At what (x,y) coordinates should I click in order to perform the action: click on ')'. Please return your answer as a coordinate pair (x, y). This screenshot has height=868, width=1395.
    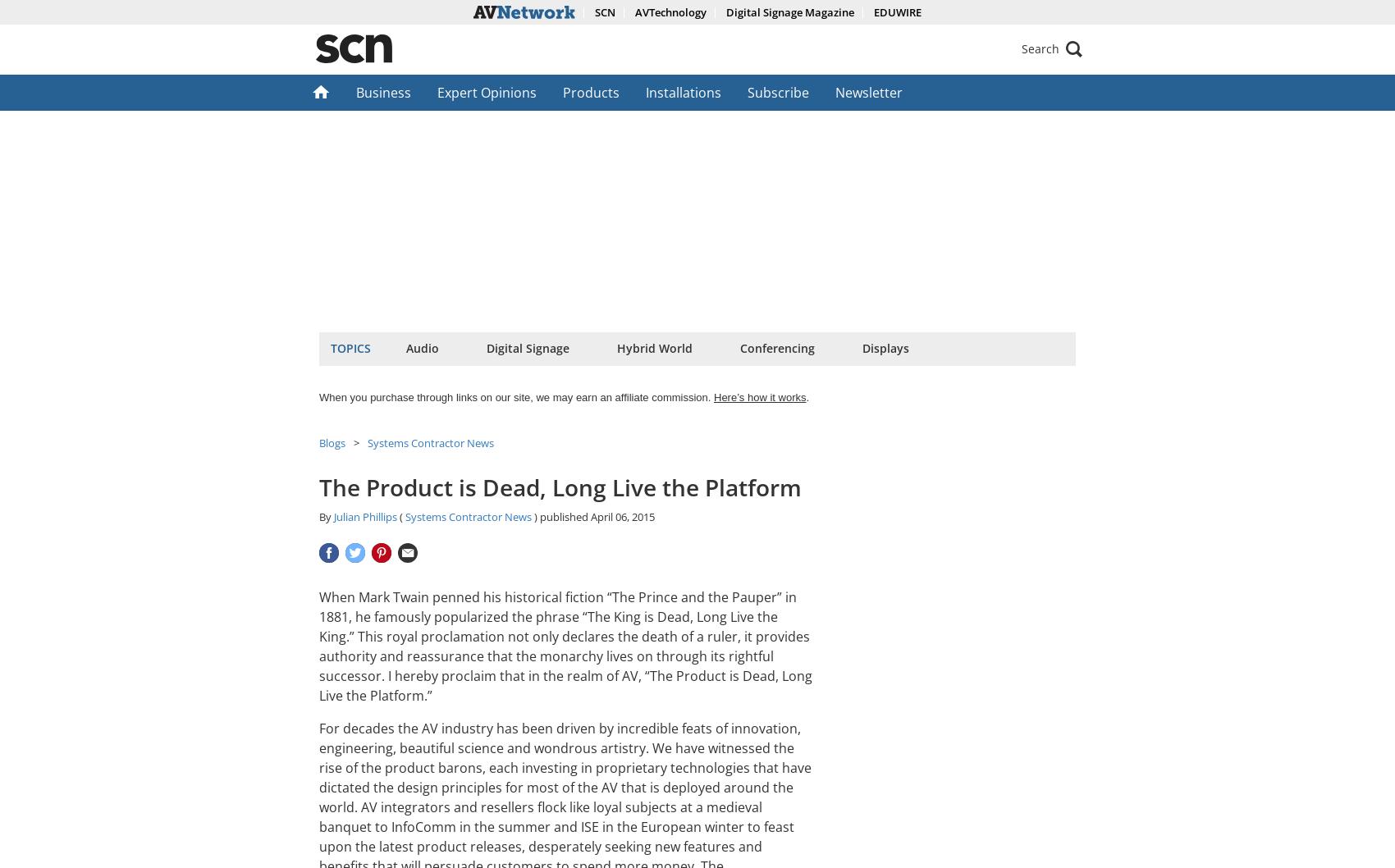
    Looking at the image, I should click on (532, 516).